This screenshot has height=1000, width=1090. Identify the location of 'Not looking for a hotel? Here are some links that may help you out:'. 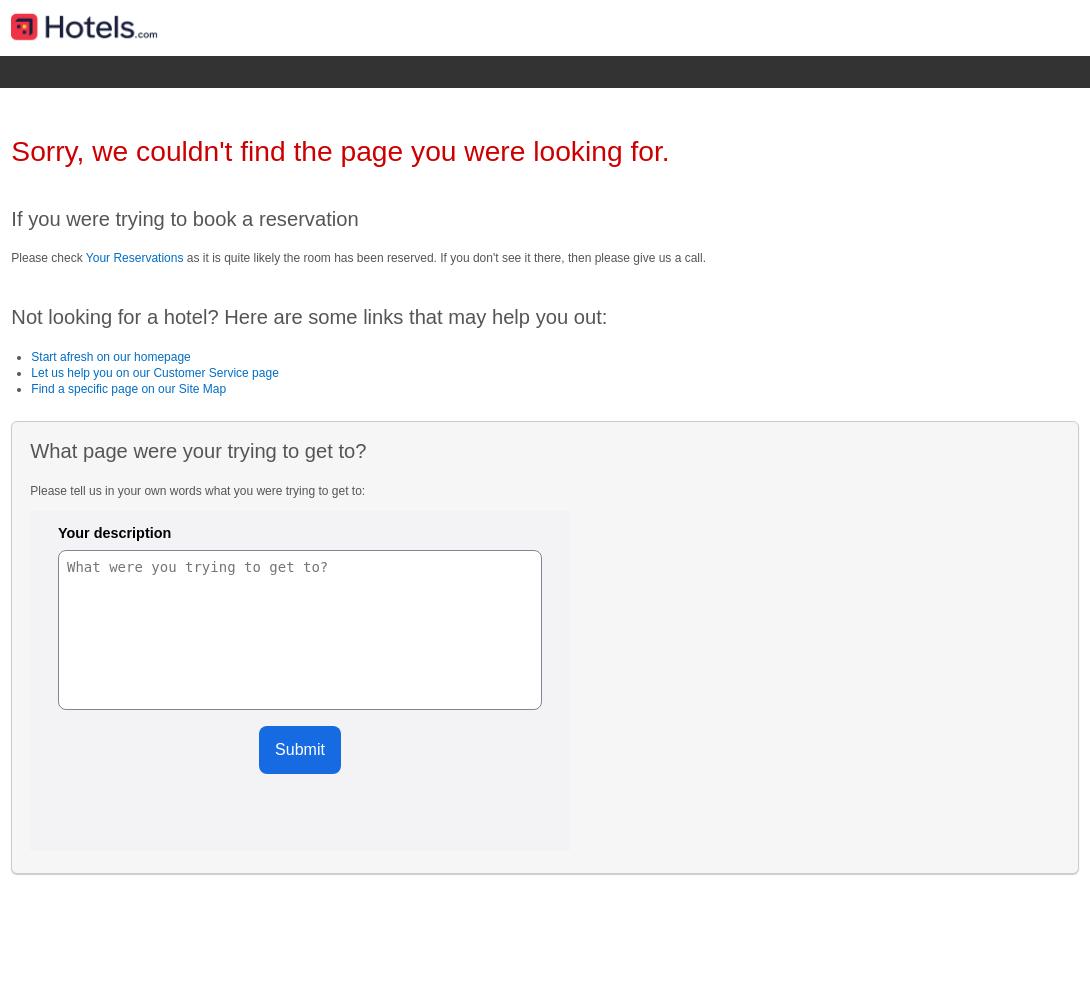
(308, 316).